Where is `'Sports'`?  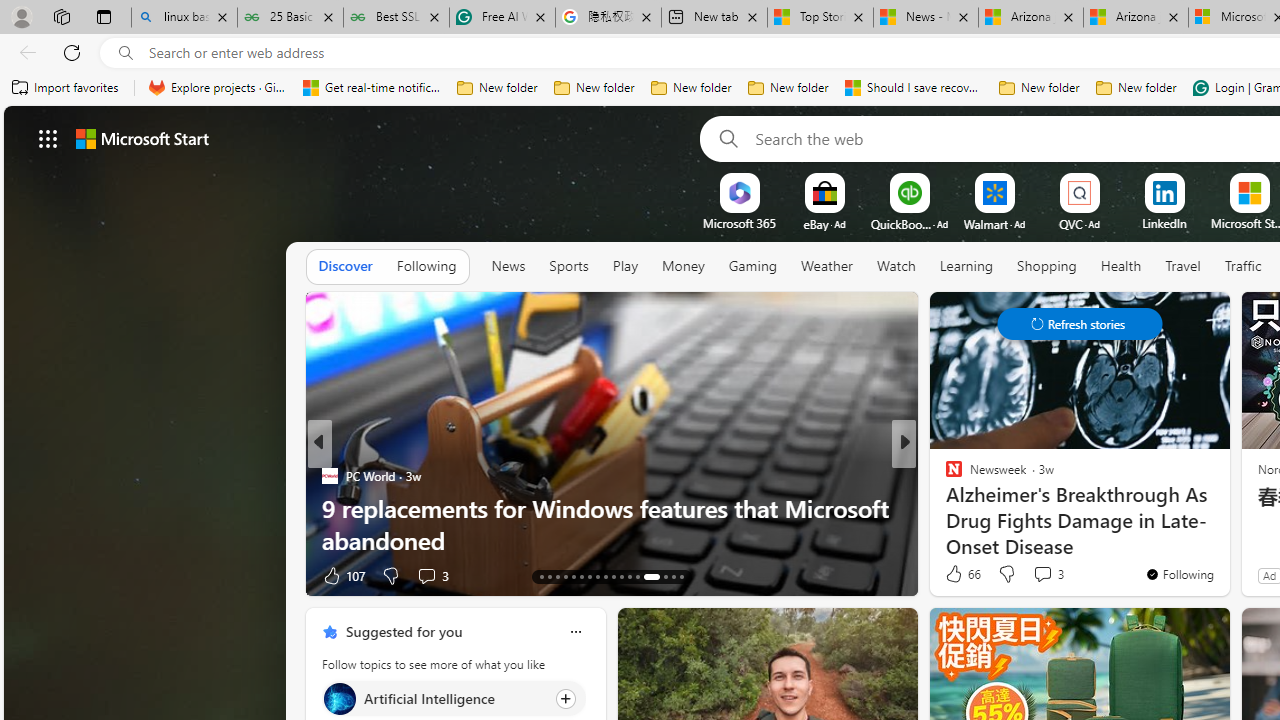
'Sports' is located at coordinates (567, 265).